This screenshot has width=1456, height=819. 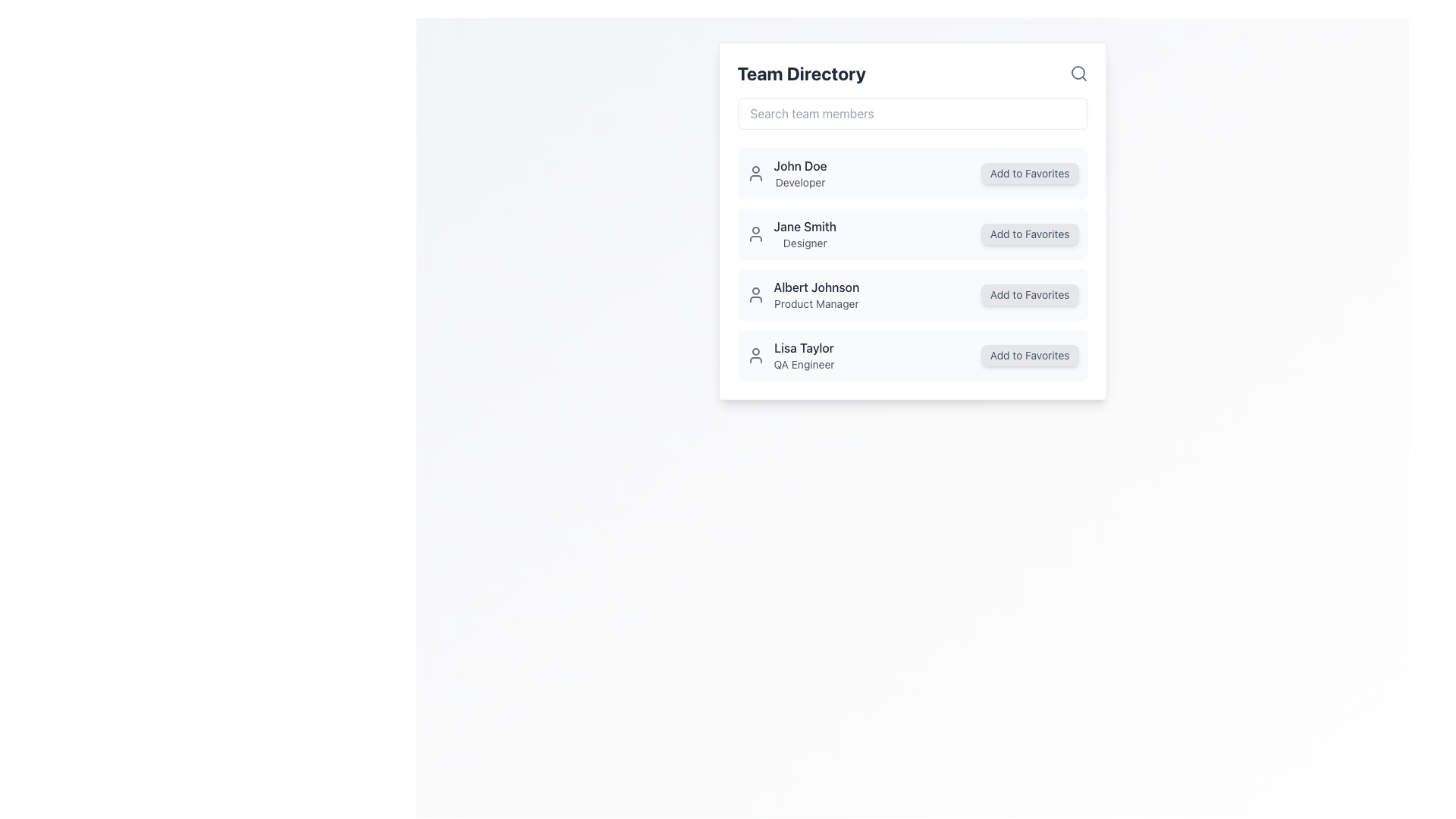 I want to click on the magnifying glass icon located at the top-right corner of the 'Team Directory' header section to initiate search-related functionality, so click(x=1078, y=73).